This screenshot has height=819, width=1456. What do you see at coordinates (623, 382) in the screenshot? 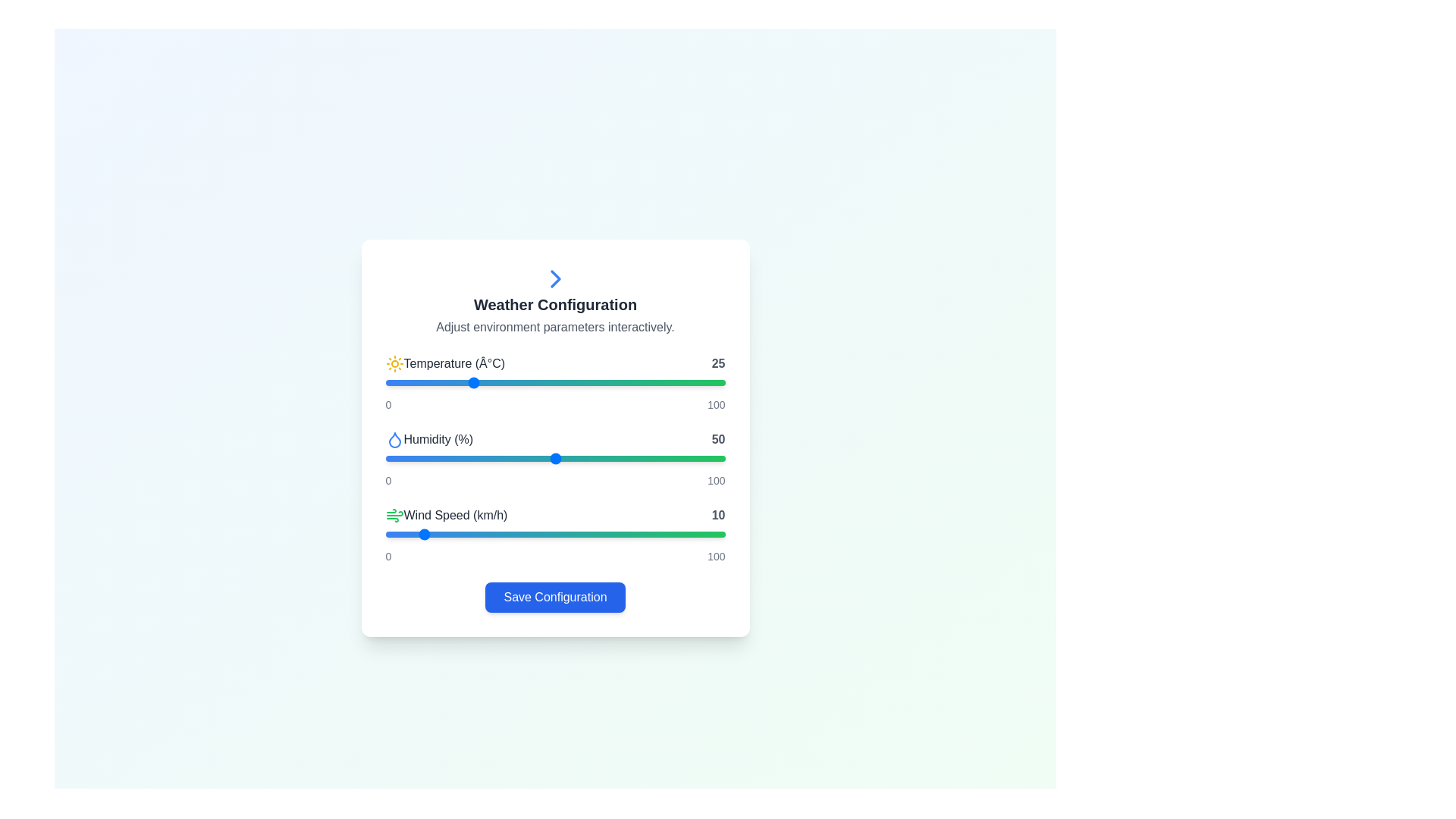
I see `temperature` at bounding box center [623, 382].